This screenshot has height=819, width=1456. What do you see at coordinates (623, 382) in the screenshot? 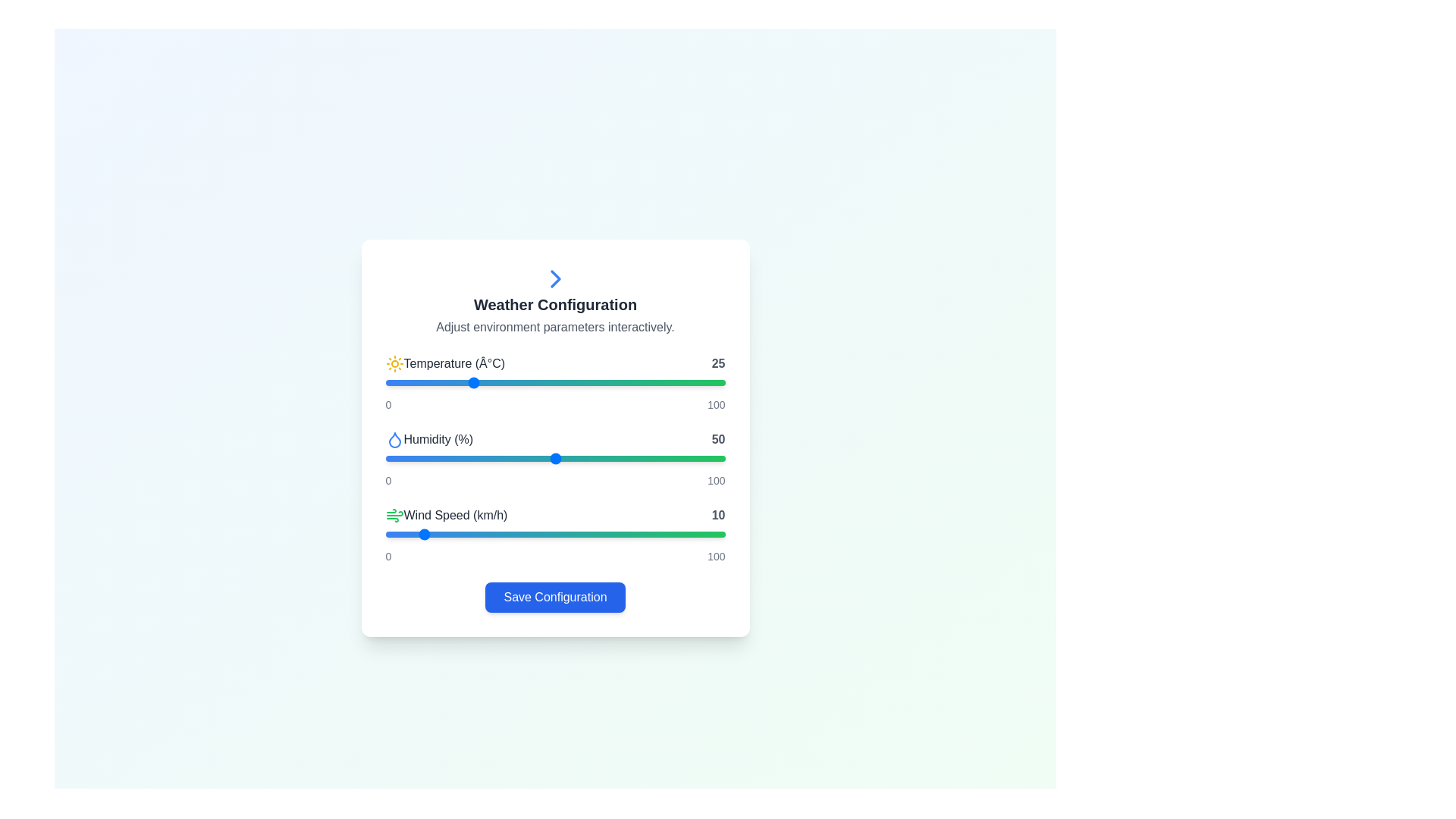
I see `temperature` at bounding box center [623, 382].